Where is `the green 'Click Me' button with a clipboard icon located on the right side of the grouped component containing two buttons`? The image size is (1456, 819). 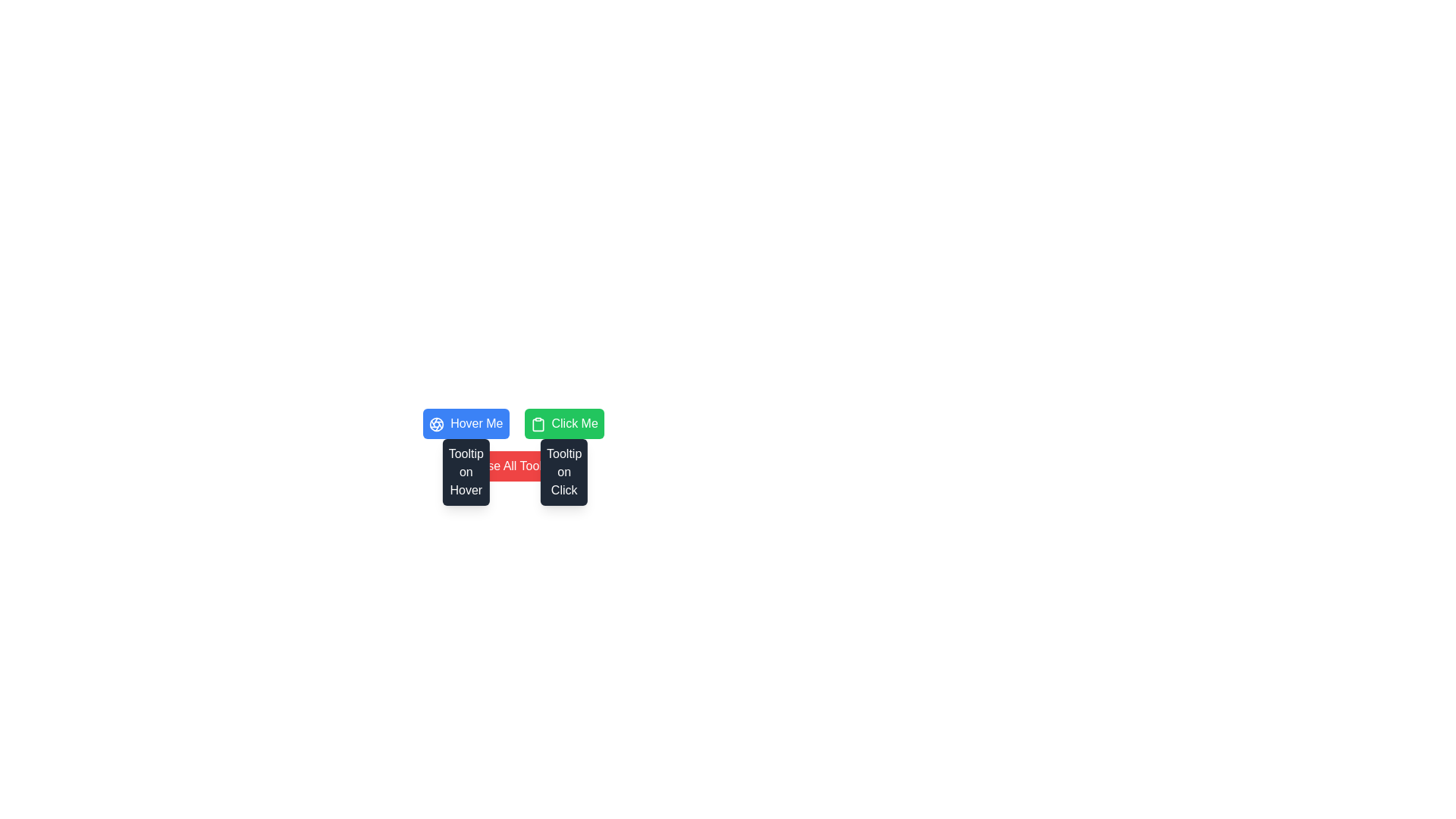 the green 'Click Me' button with a clipboard icon located on the right side of the grouped component containing two buttons is located at coordinates (515, 424).